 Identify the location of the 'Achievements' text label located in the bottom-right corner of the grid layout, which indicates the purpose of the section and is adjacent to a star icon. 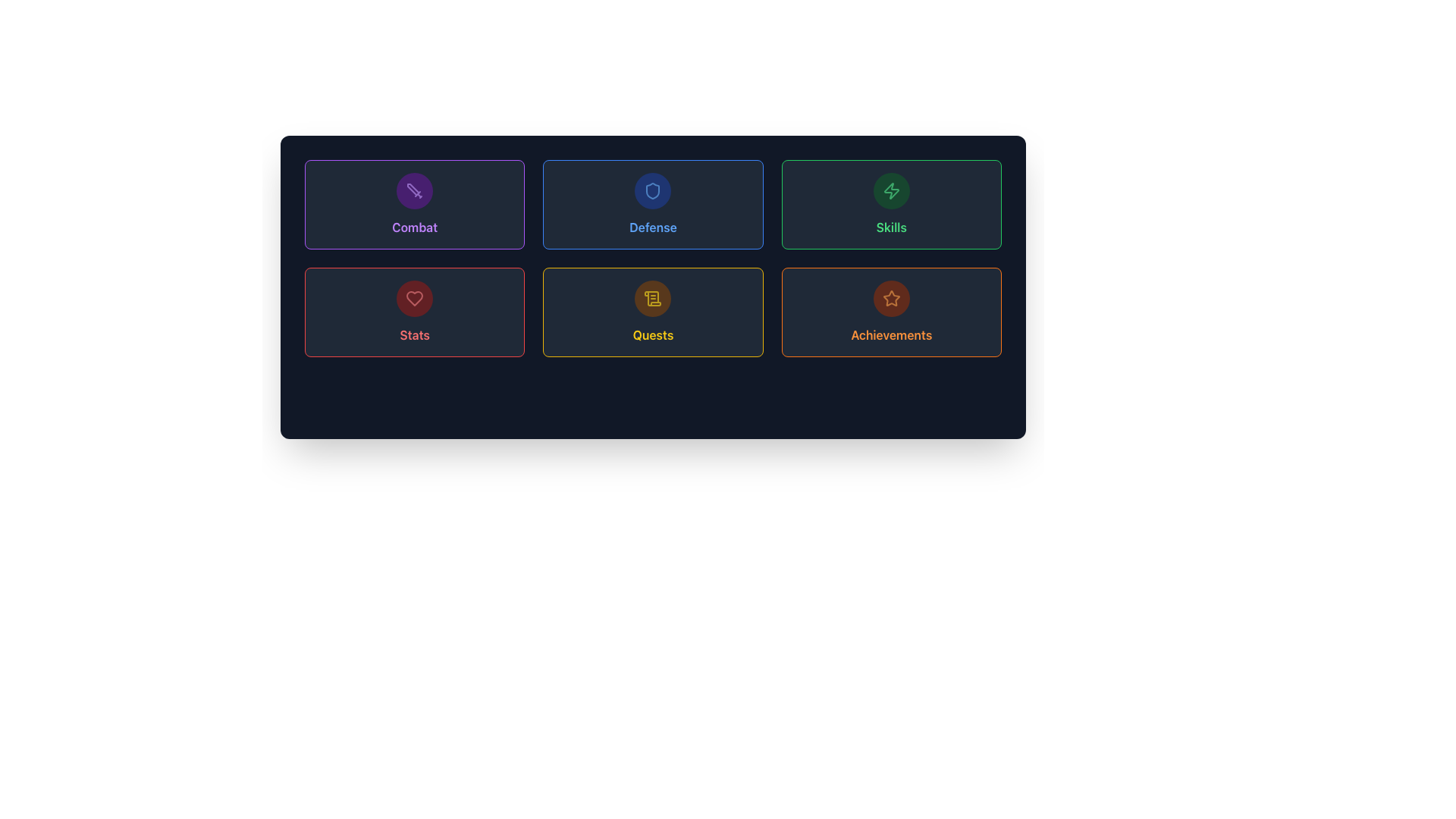
(891, 334).